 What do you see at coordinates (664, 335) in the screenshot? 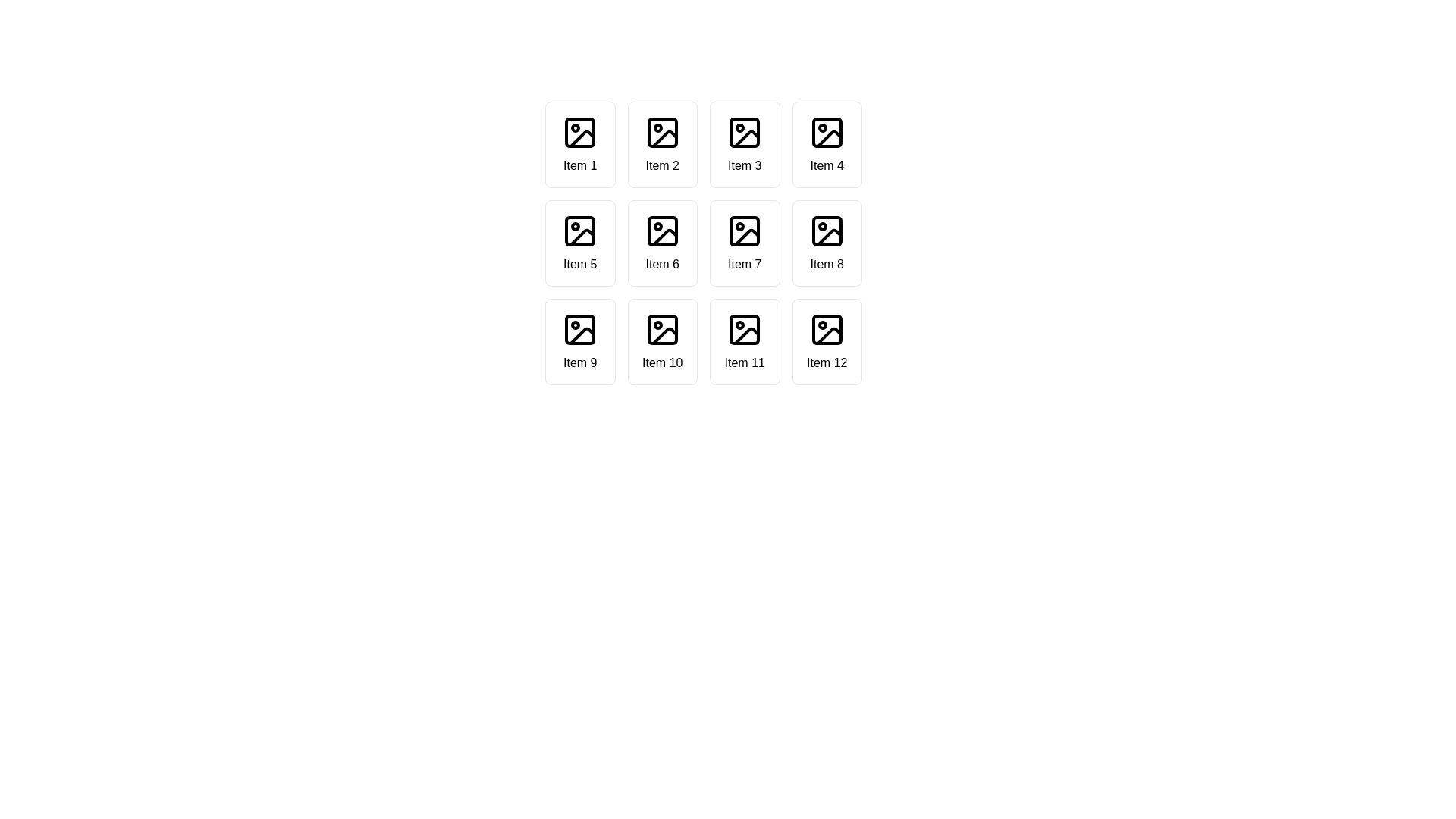
I see `the bottom middle icon in the 3x4 grid layout` at bounding box center [664, 335].